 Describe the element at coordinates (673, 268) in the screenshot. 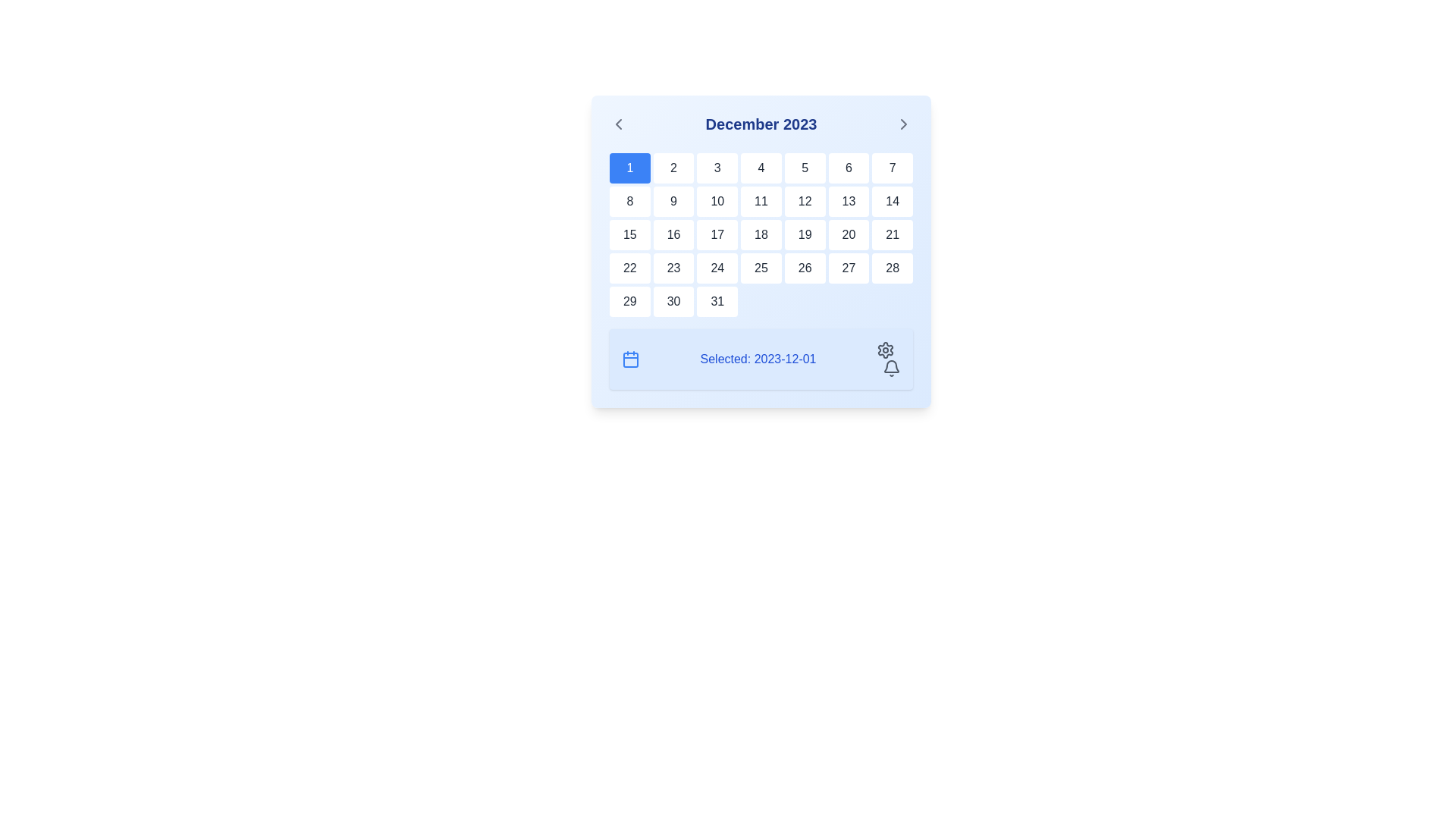

I see `the Calendar date cell displaying the date 23rd` at that location.